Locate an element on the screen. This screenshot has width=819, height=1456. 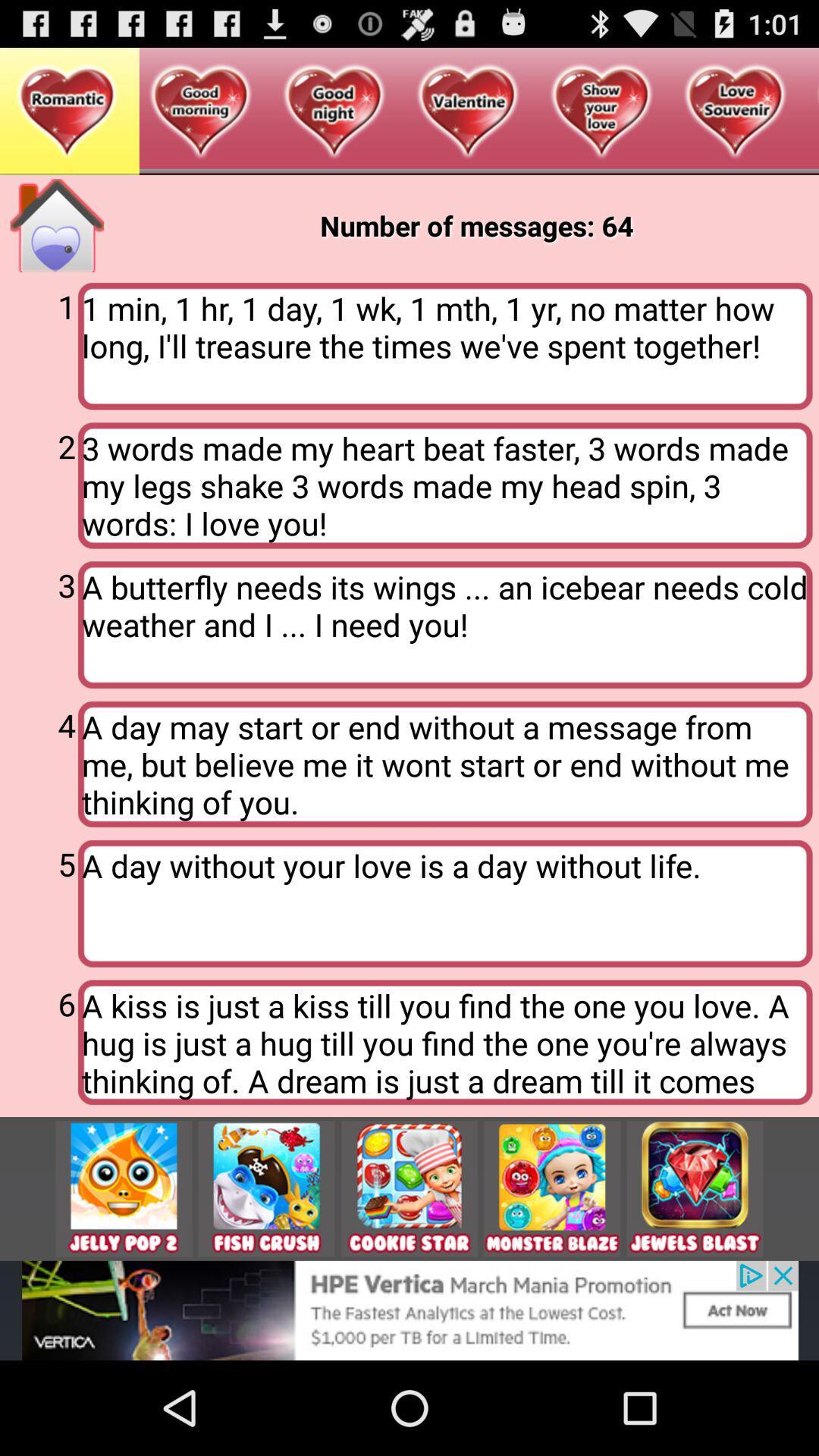
jelly pop 2 is located at coordinates (124, 1188).